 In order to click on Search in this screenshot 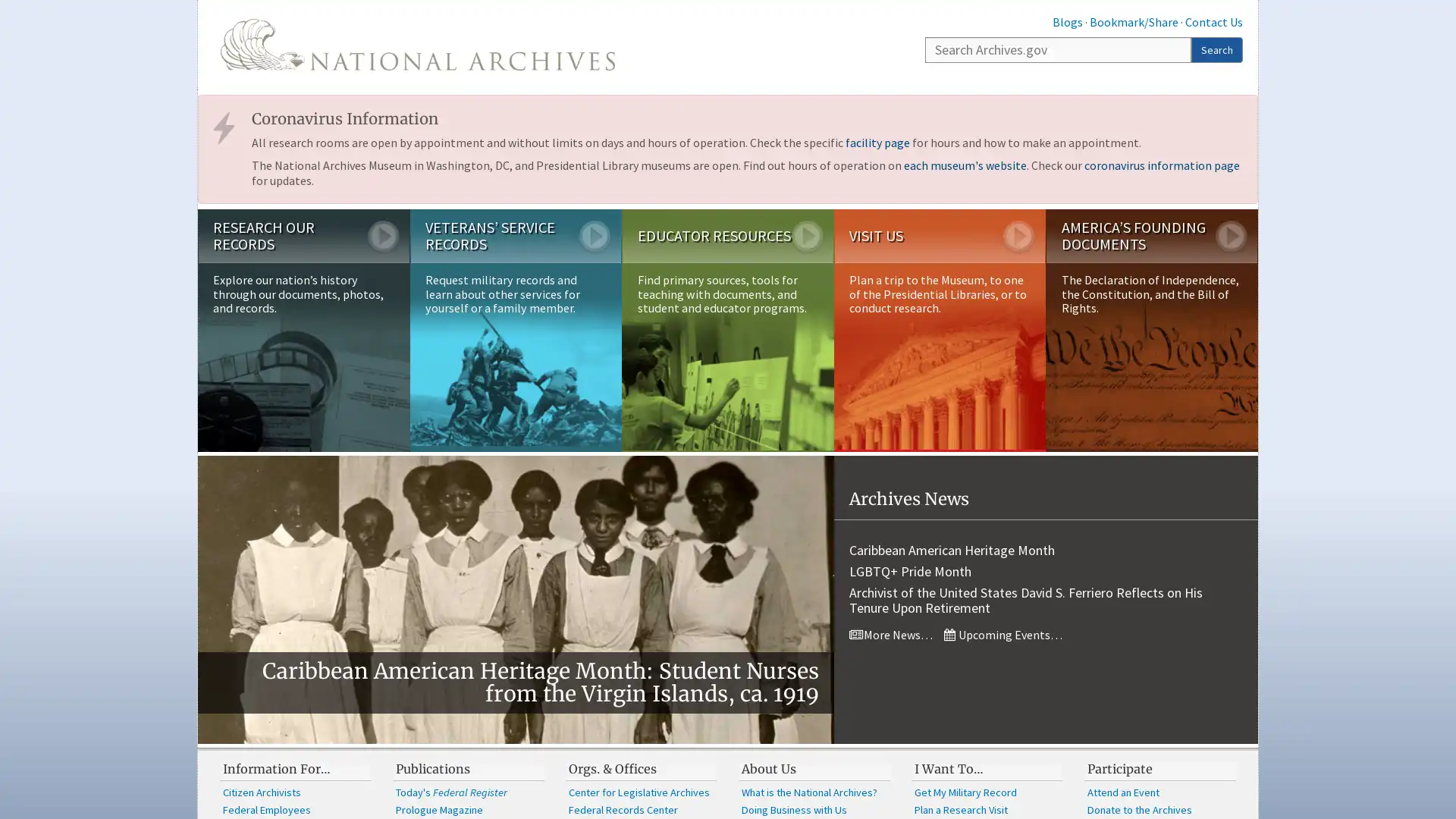, I will do `click(1216, 49)`.